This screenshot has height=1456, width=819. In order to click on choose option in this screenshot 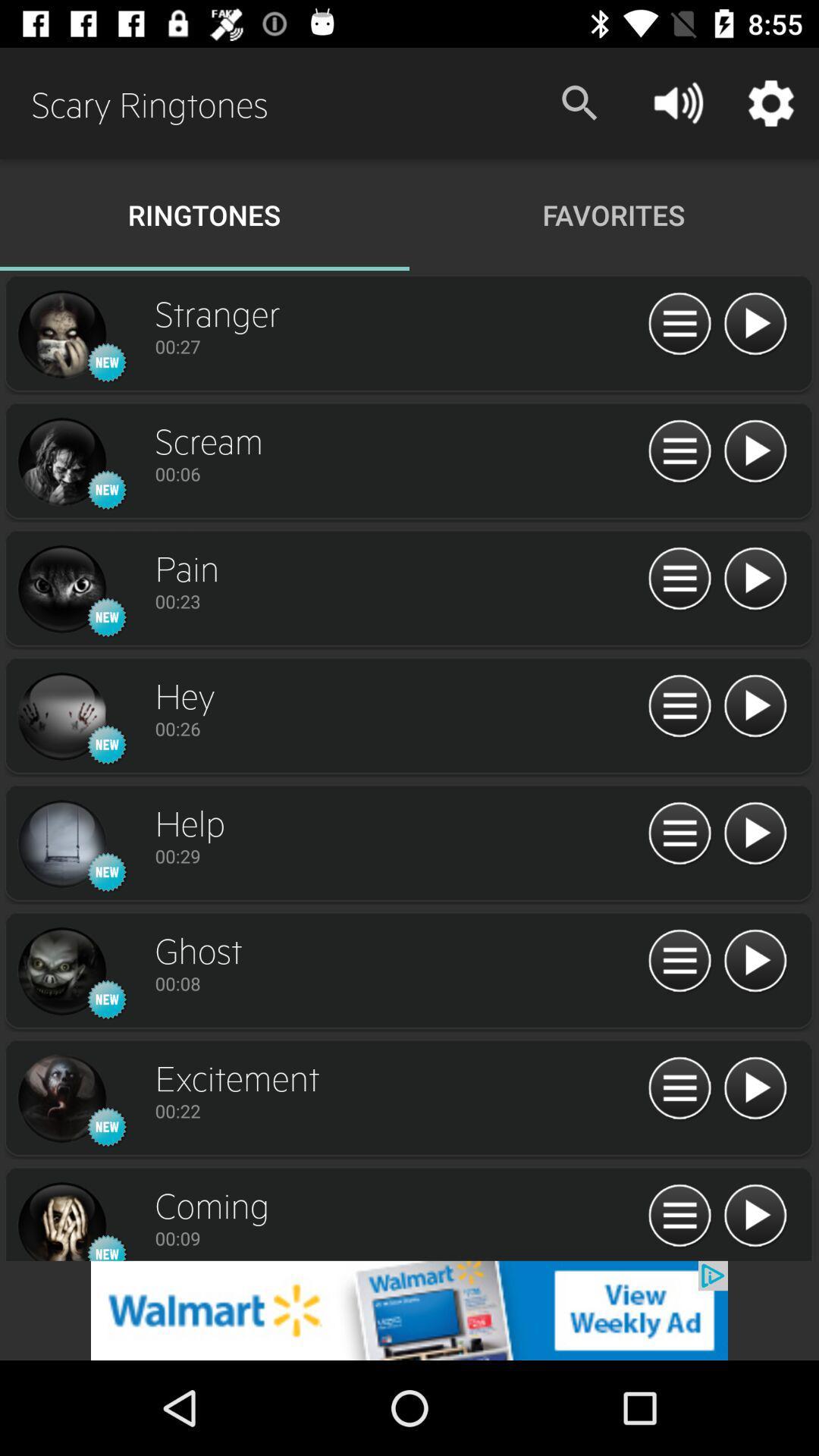, I will do `click(679, 1216)`.